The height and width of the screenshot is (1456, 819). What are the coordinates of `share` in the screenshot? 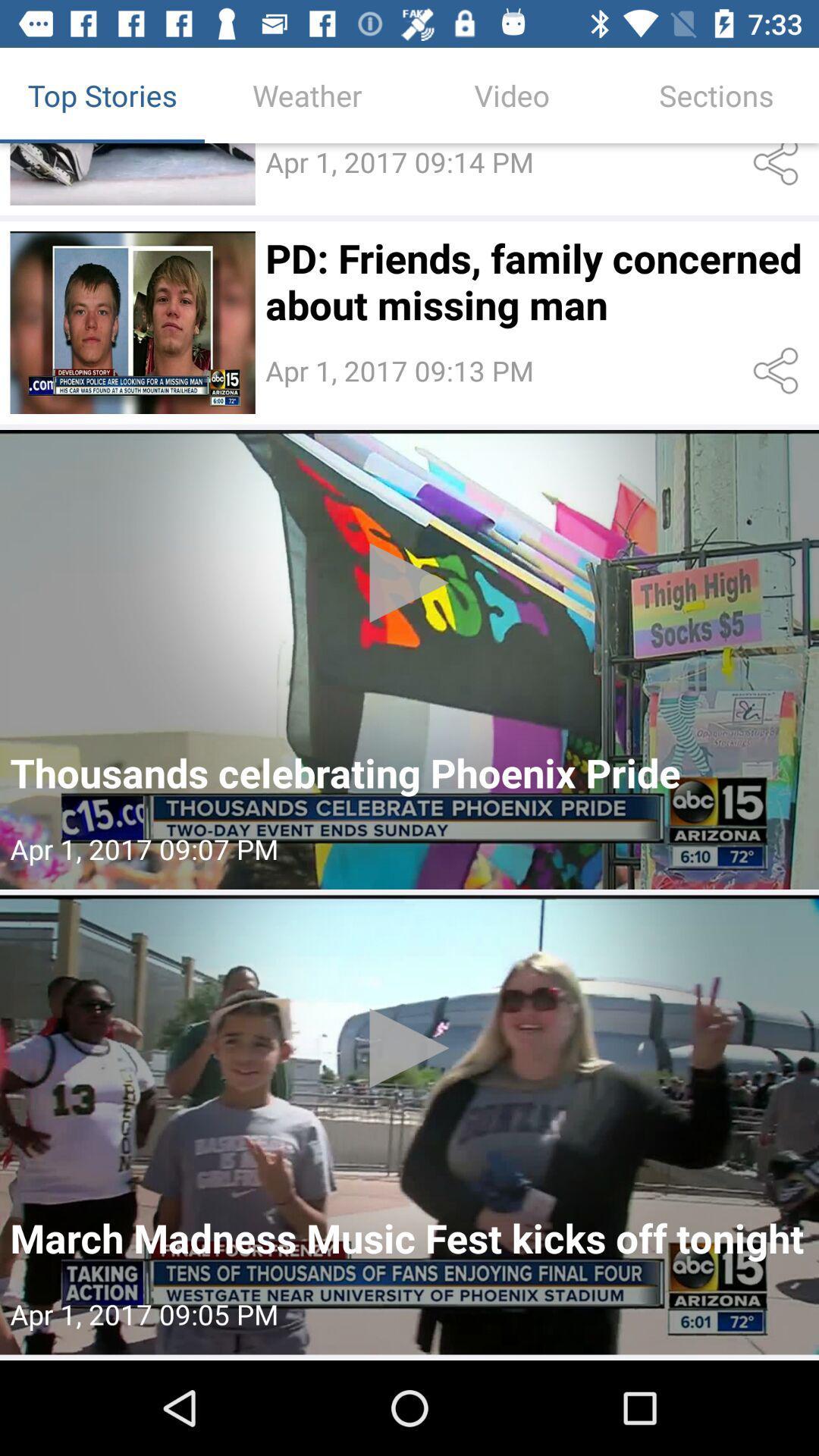 It's located at (779, 371).